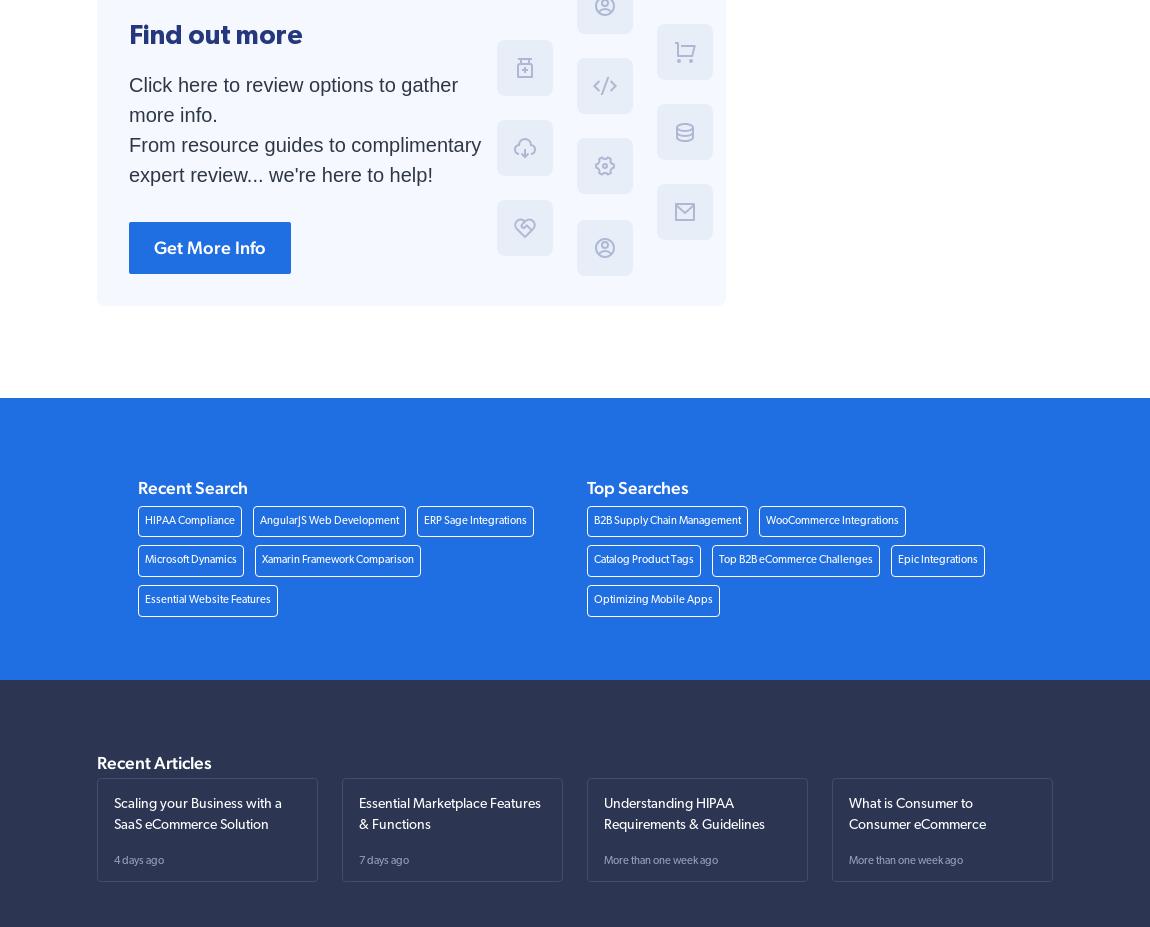  Describe the element at coordinates (293, 98) in the screenshot. I see `'Click here to review options to gather more info.'` at that location.